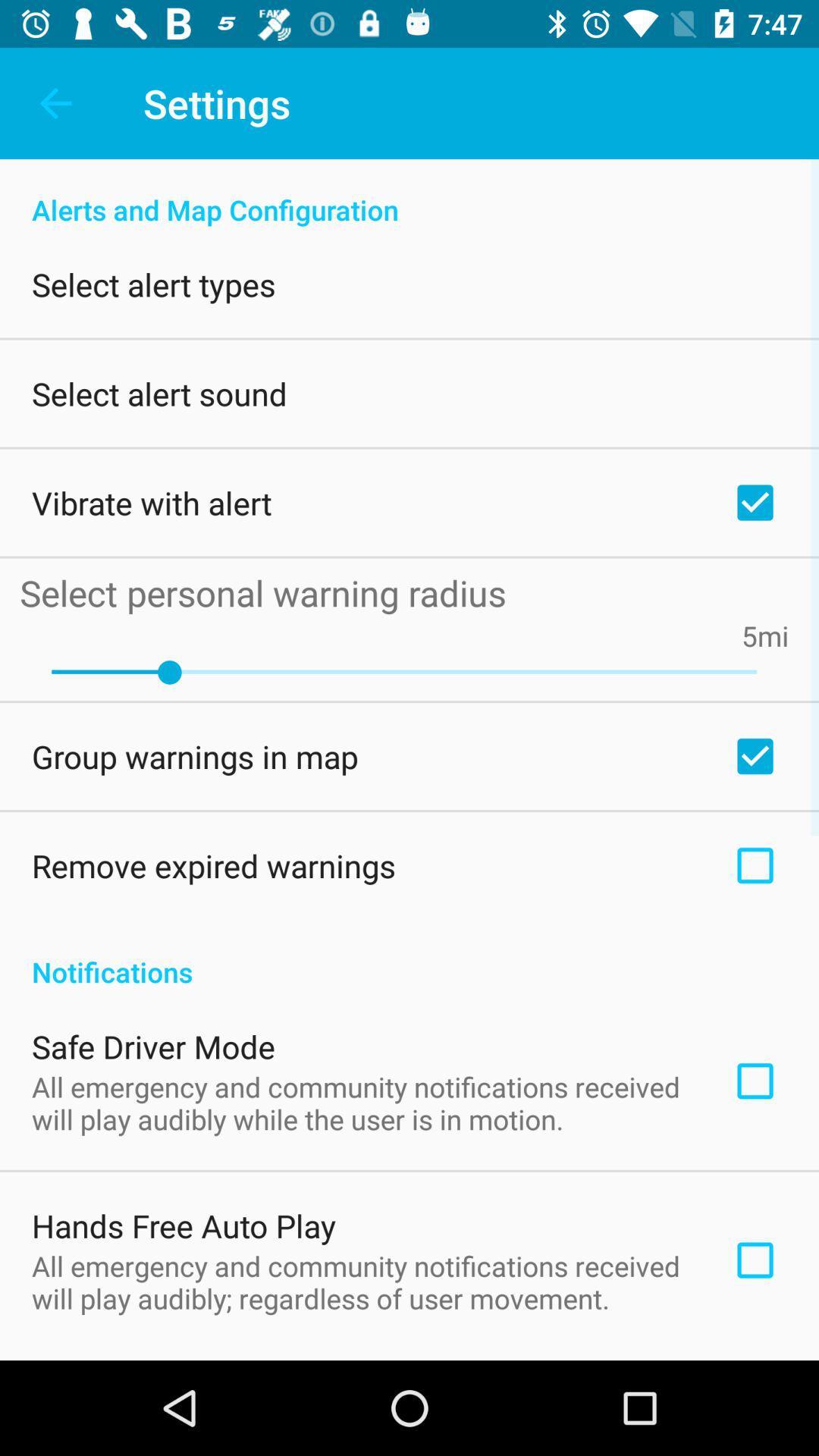 The width and height of the screenshot is (819, 1456). What do you see at coordinates (55, 102) in the screenshot?
I see `item above alerts and map item` at bounding box center [55, 102].